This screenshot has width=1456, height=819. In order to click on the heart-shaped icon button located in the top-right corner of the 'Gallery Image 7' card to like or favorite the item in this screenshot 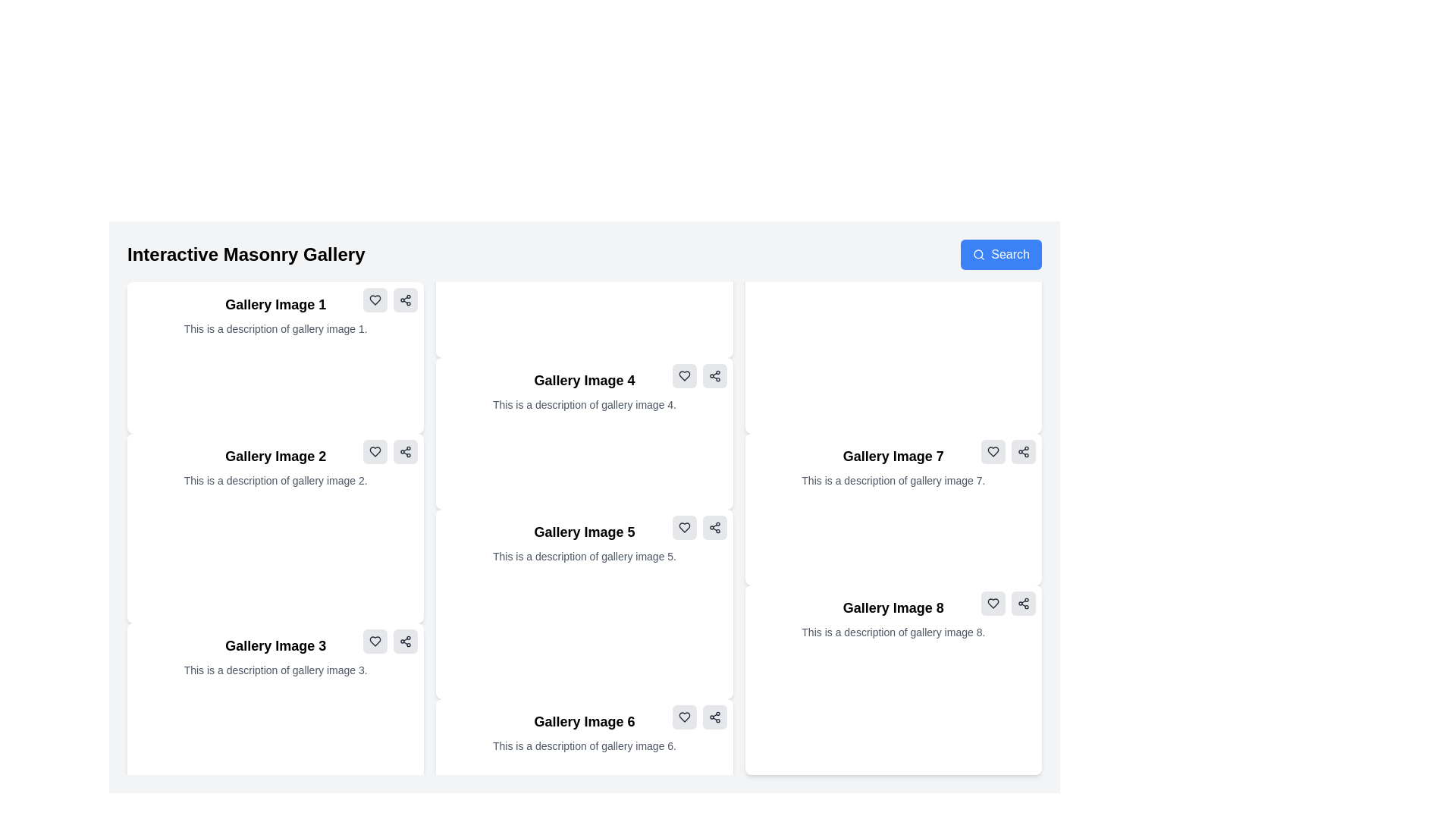, I will do `click(993, 451)`.